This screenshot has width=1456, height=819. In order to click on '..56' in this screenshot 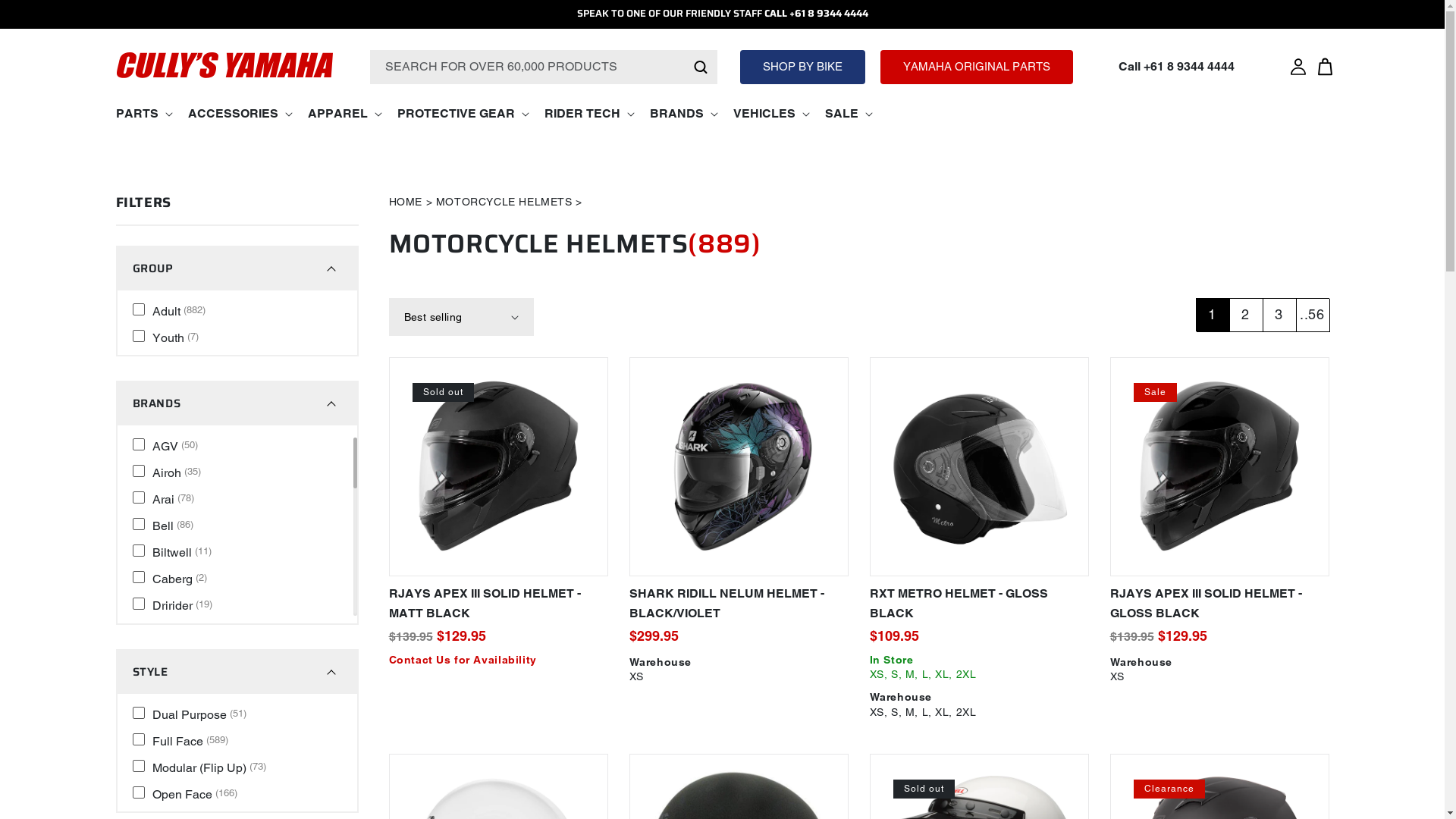, I will do `click(1310, 314)`.